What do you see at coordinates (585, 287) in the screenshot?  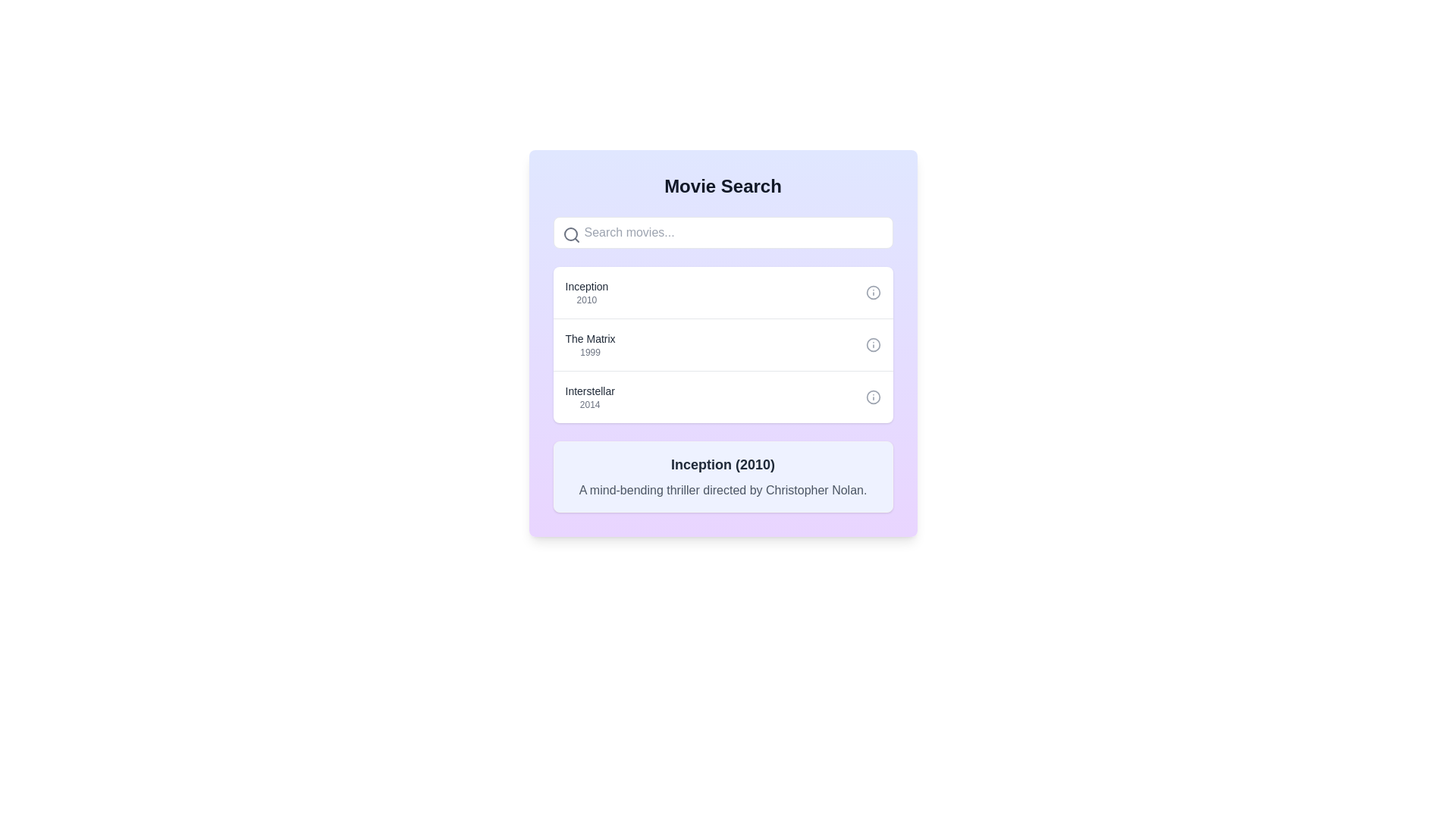 I see `the static text label displaying the movie title 'Inception' in the search results, located in the top-left section of the first movie result box` at bounding box center [585, 287].